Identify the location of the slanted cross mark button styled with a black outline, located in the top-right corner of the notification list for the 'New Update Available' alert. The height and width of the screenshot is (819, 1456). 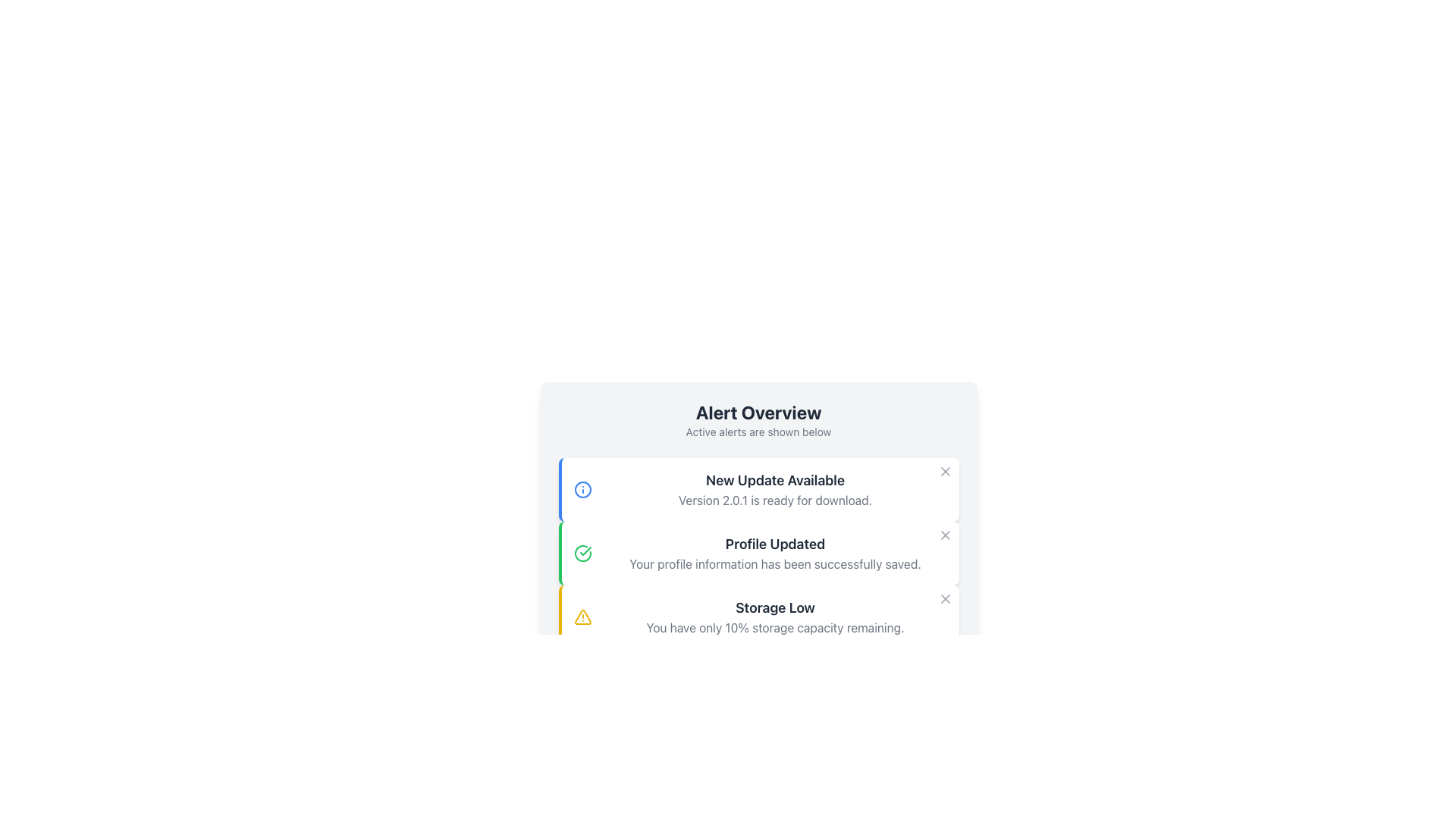
(944, 470).